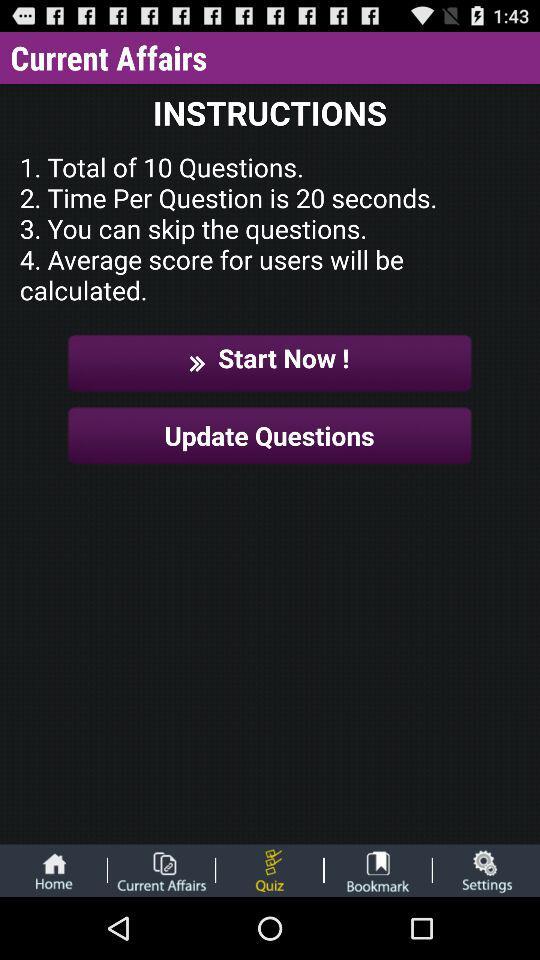 The image size is (540, 960). What do you see at coordinates (269, 869) in the screenshot?
I see `the button below update questions icon` at bounding box center [269, 869].